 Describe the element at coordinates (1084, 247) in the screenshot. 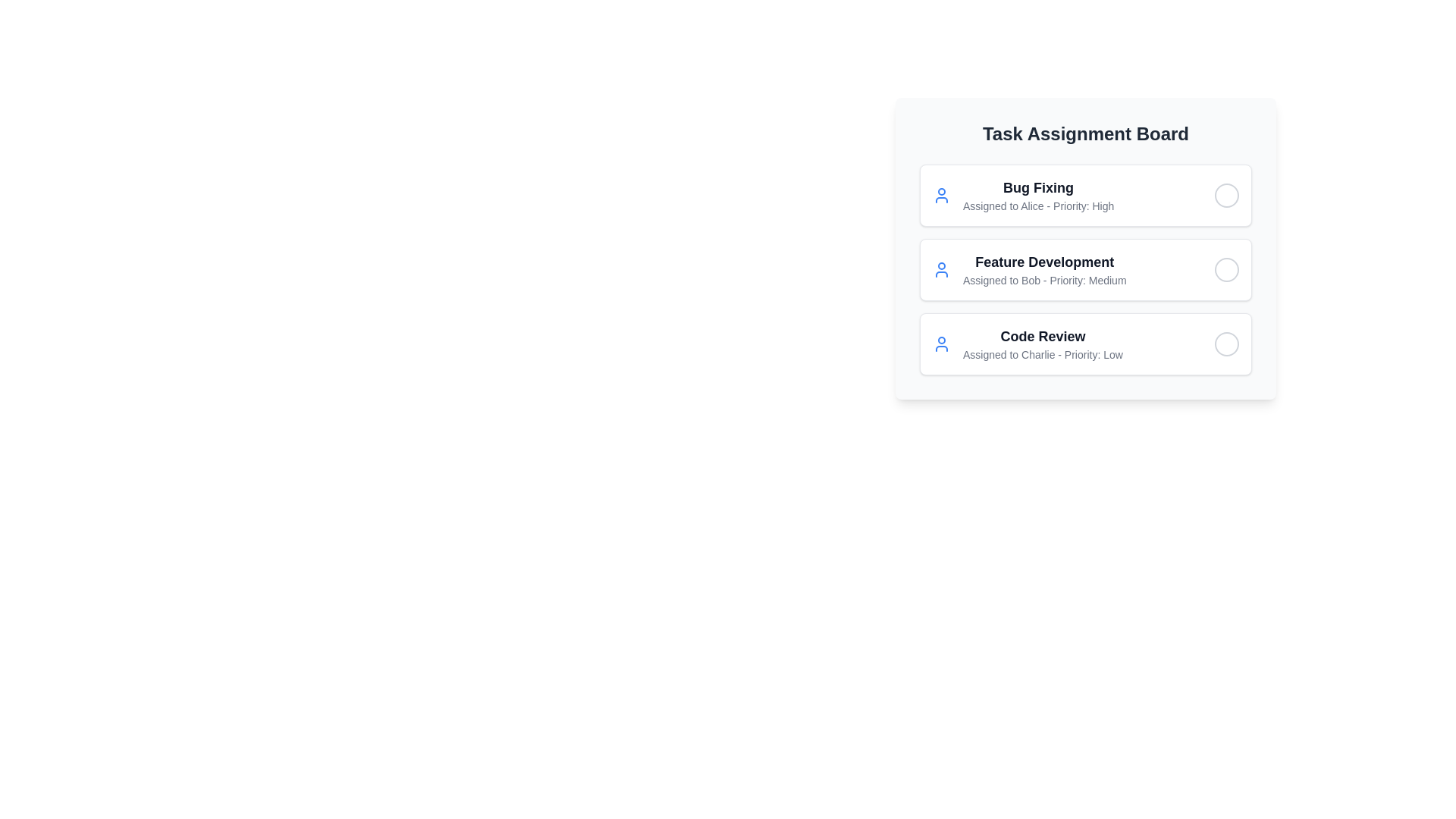

I see `the second task card in the task management application, located centrally between 'Bug Fixing' and 'Code Review'` at that location.